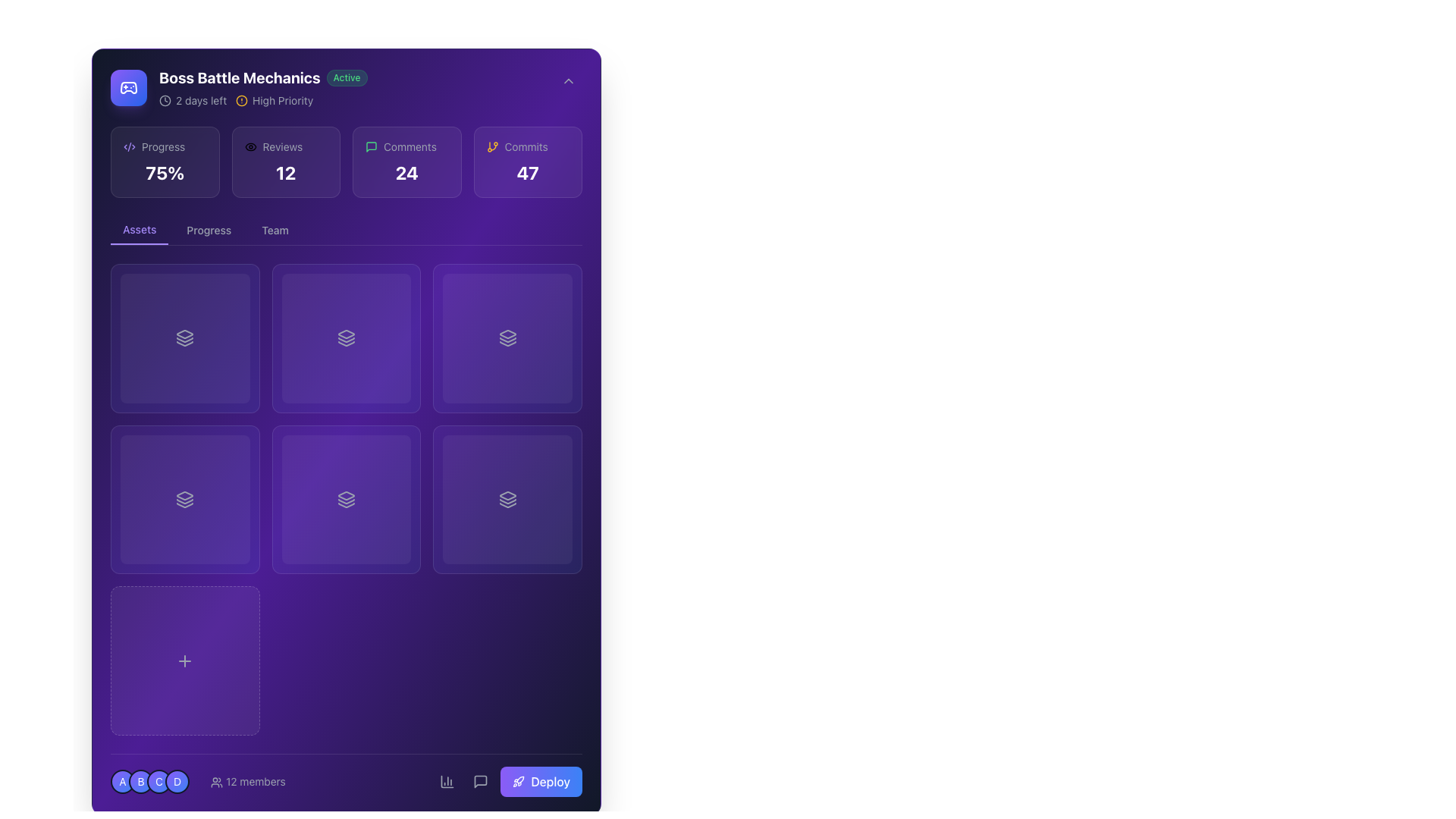 This screenshot has height=819, width=1456. What do you see at coordinates (567, 81) in the screenshot?
I see `the downward-pointing chevron icon located at the top-right corner of the user interface, which is styled in gray and serves as an interactive visual indicator` at bounding box center [567, 81].